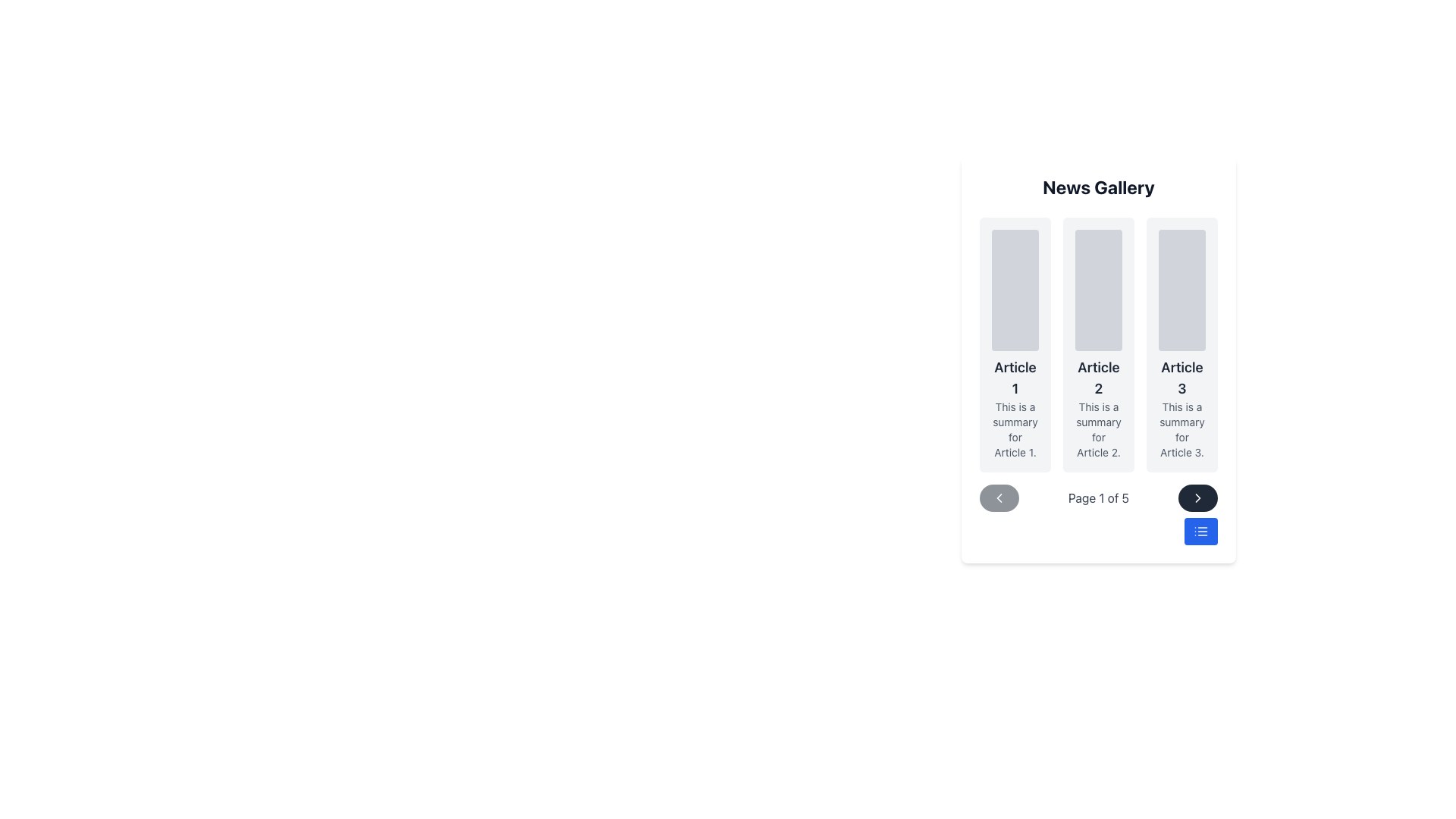 The width and height of the screenshot is (1456, 819). Describe the element at coordinates (1099, 497) in the screenshot. I see `the label displaying 'Page 1 of 5', which is located centrally between two circular buttons with arrow icons, at the bottom of the layout` at that location.